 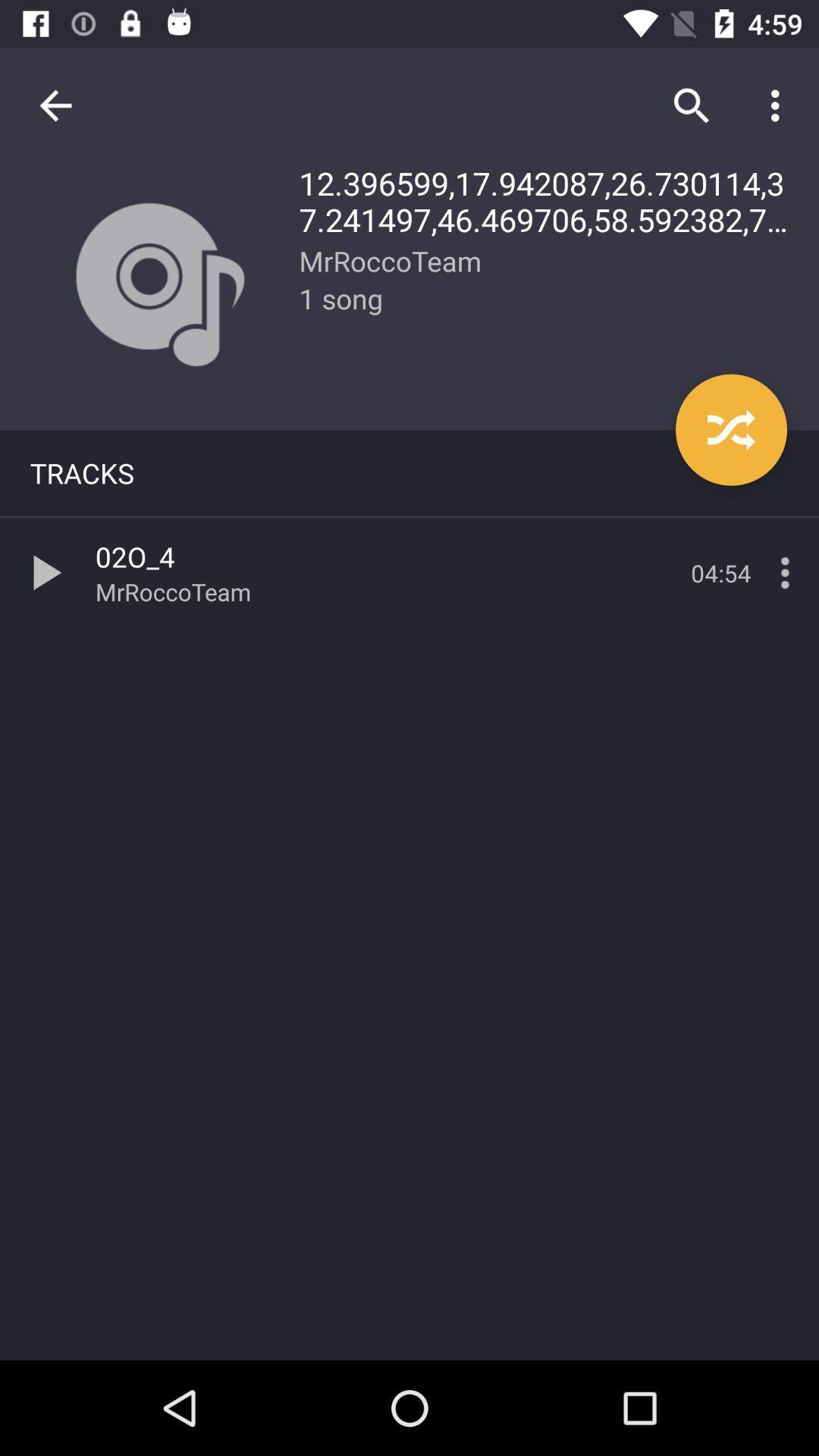 I want to click on item to the left of the 12 396599 17 item, so click(x=55, y=105).